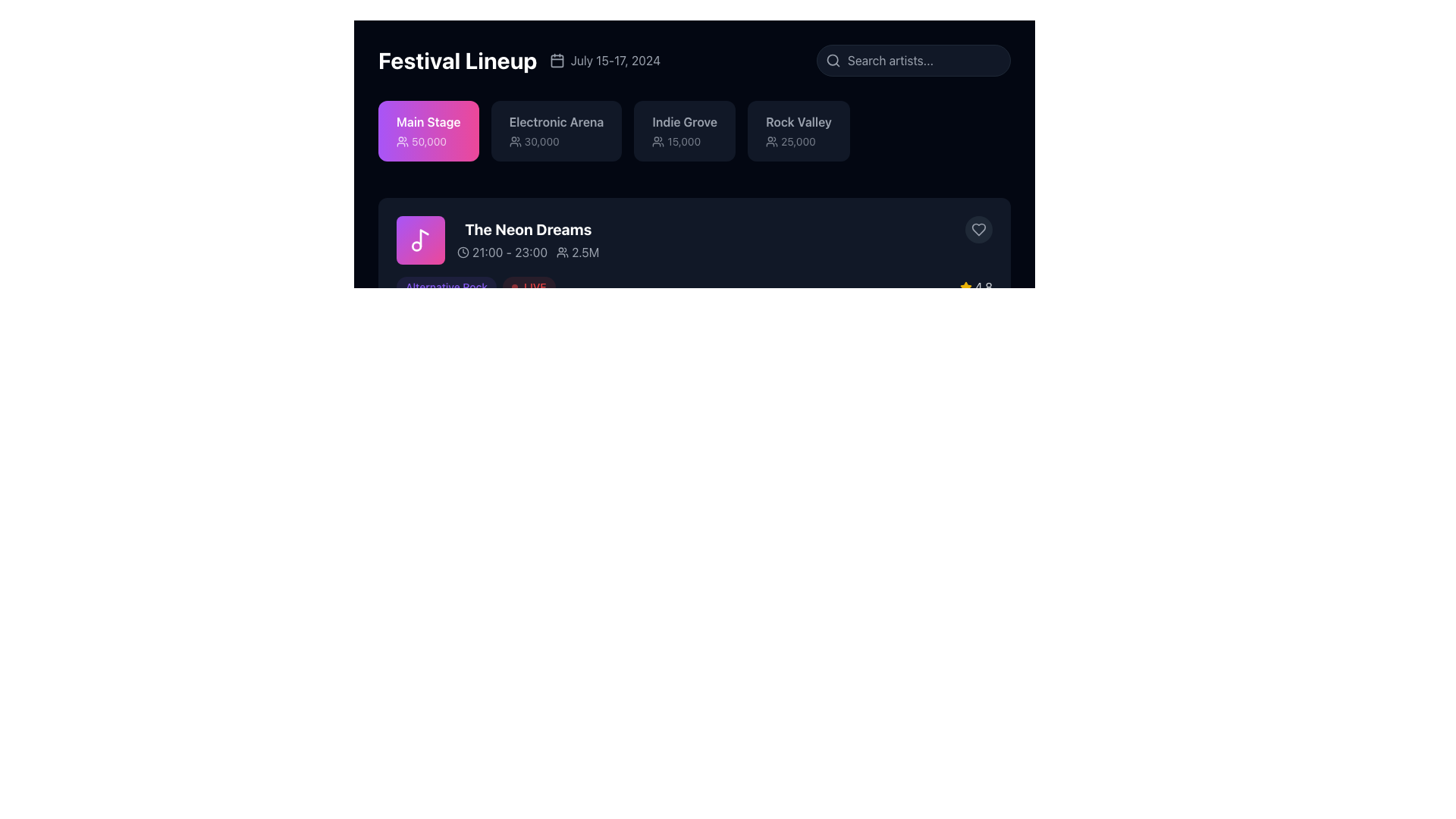  What do you see at coordinates (797, 141) in the screenshot?
I see `the text element representing the audience size or capacity related to the 'Rock Valley' category, located in the fourth block at the top-right of the main display` at bounding box center [797, 141].